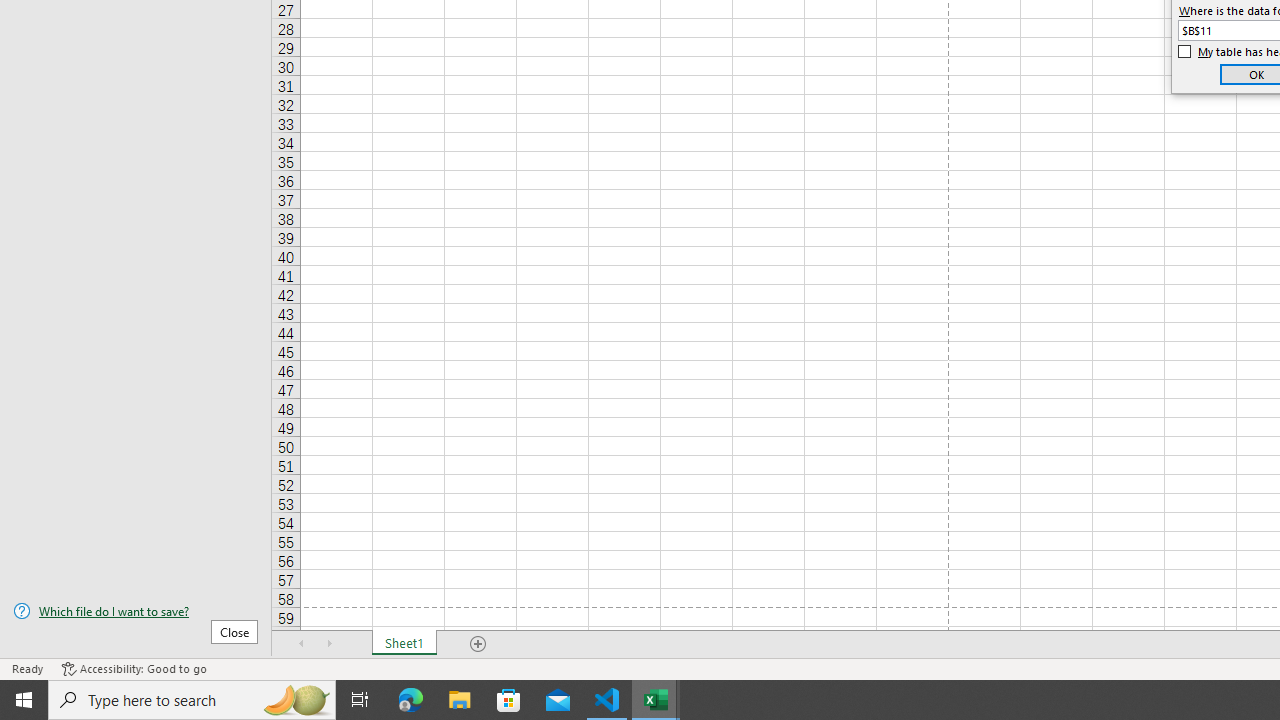 Image resolution: width=1280 pixels, height=720 pixels. What do you see at coordinates (135, 610) in the screenshot?
I see `'Which file do I want to save?'` at bounding box center [135, 610].